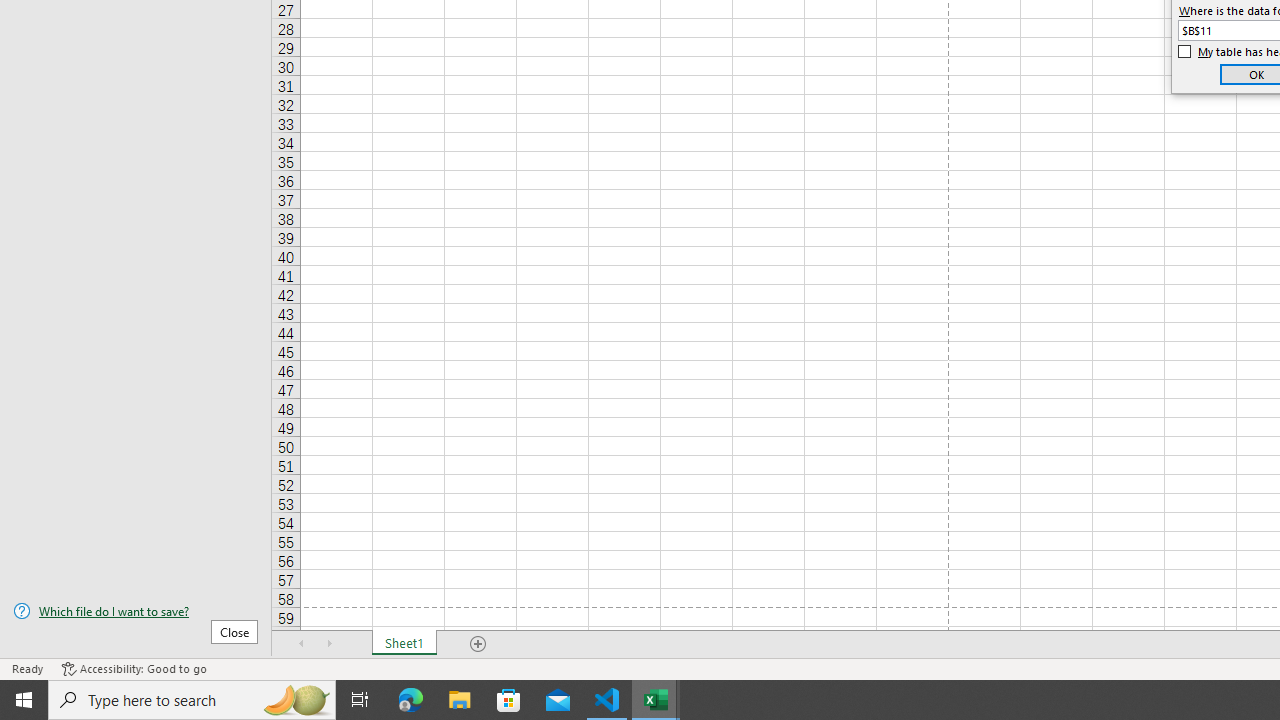 Image resolution: width=1280 pixels, height=720 pixels. What do you see at coordinates (135, 610) in the screenshot?
I see `'Which file do I want to save?'` at bounding box center [135, 610].